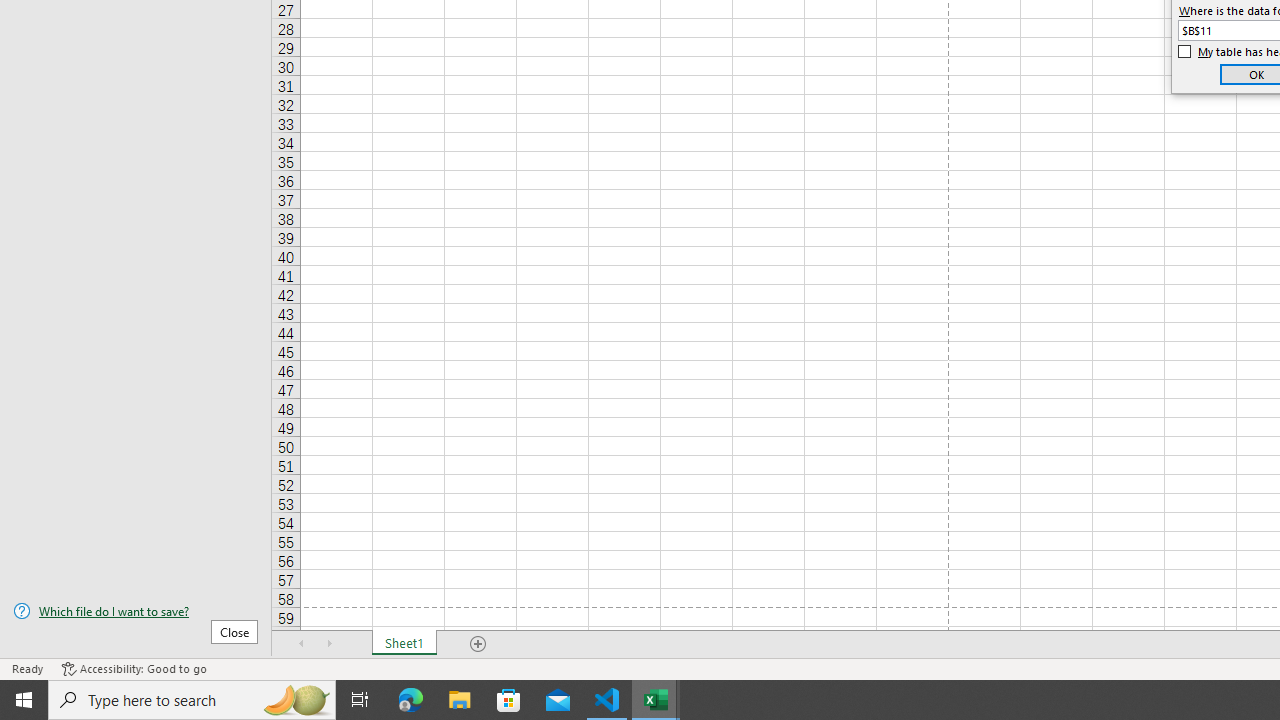 Image resolution: width=1280 pixels, height=720 pixels. What do you see at coordinates (135, 610) in the screenshot?
I see `'Which file do I want to save?'` at bounding box center [135, 610].